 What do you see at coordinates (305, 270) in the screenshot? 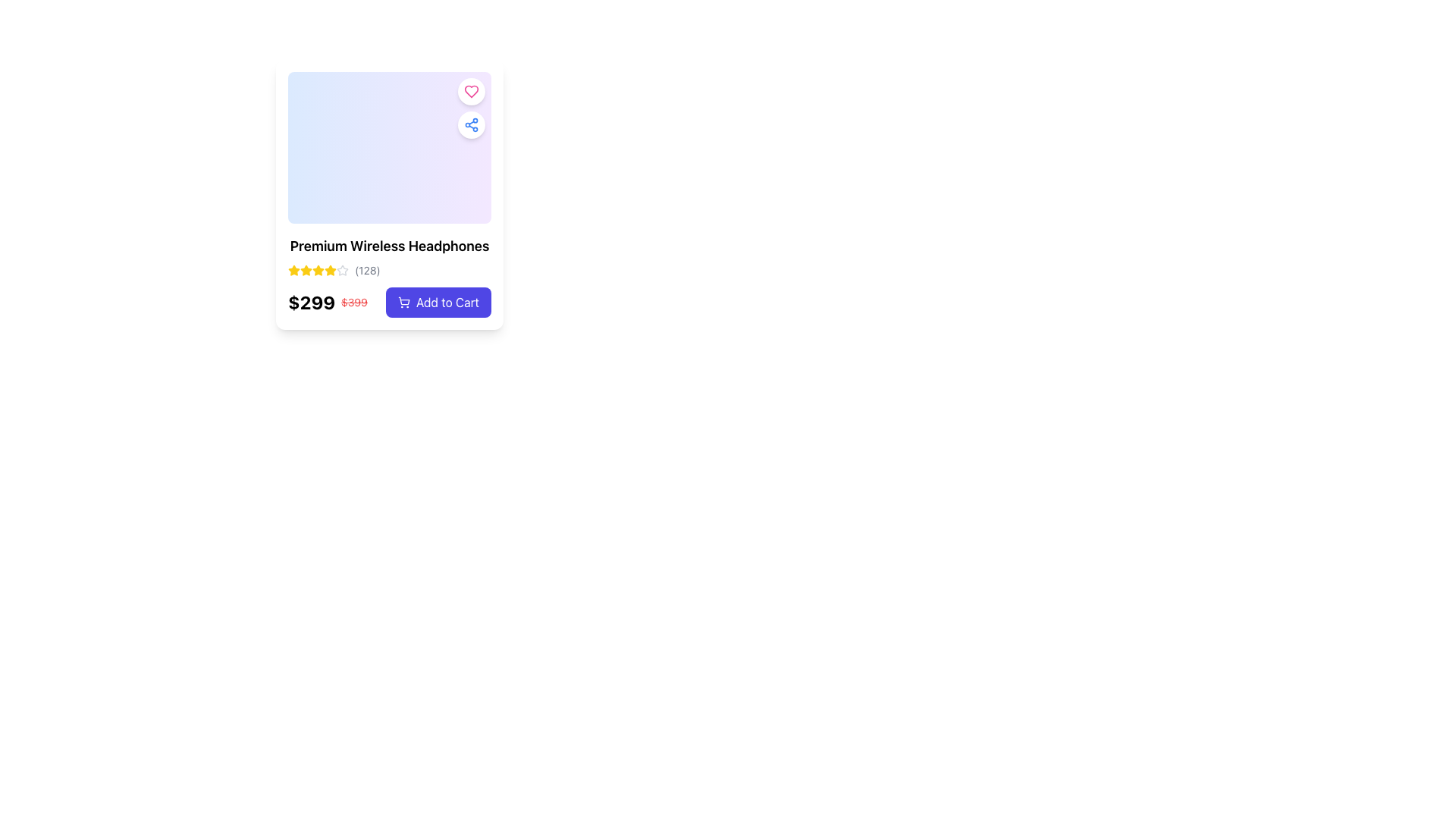
I see `the third star icon in the rating system located below the product title 'Premium Wireless Headphones' and above the price '$299'` at bounding box center [305, 270].